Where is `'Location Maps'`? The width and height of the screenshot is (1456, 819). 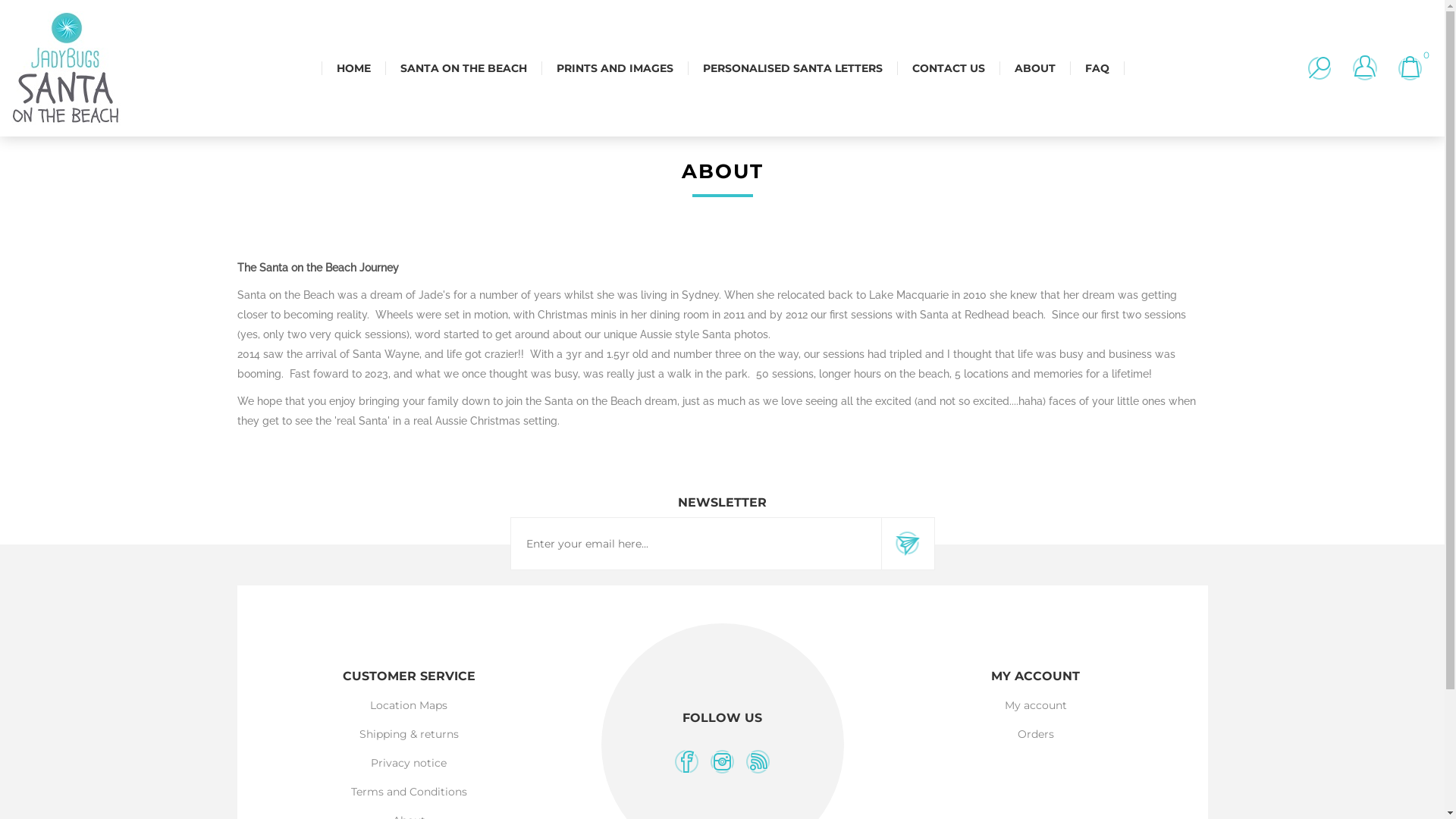 'Location Maps' is located at coordinates (408, 704).